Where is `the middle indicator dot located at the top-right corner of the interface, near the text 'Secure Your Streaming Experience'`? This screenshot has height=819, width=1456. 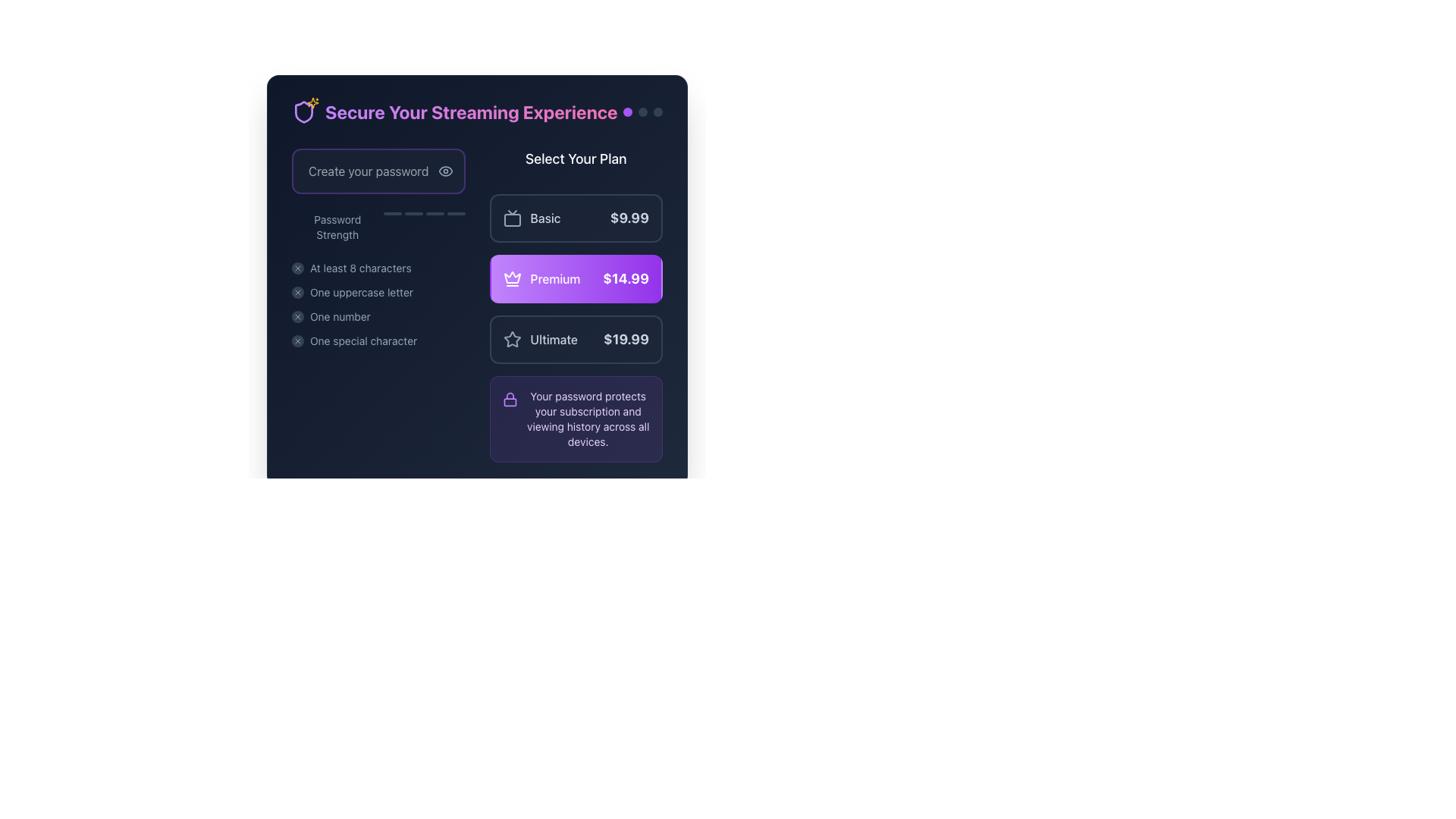 the middle indicator dot located at the top-right corner of the interface, near the text 'Secure Your Streaming Experience' is located at coordinates (643, 111).